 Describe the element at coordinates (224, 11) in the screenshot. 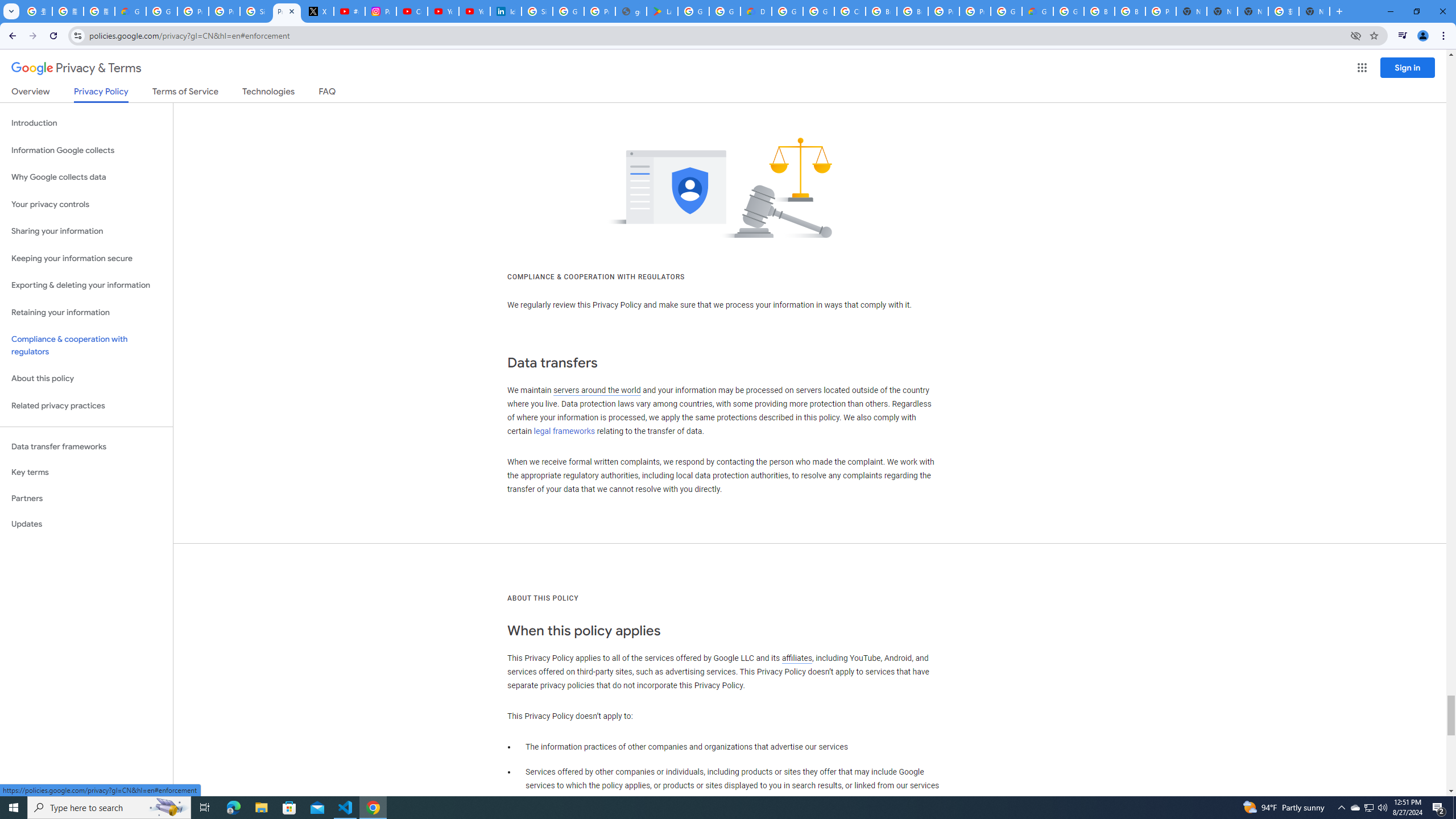

I see `'Privacy Help Center - Policies Help'` at that location.